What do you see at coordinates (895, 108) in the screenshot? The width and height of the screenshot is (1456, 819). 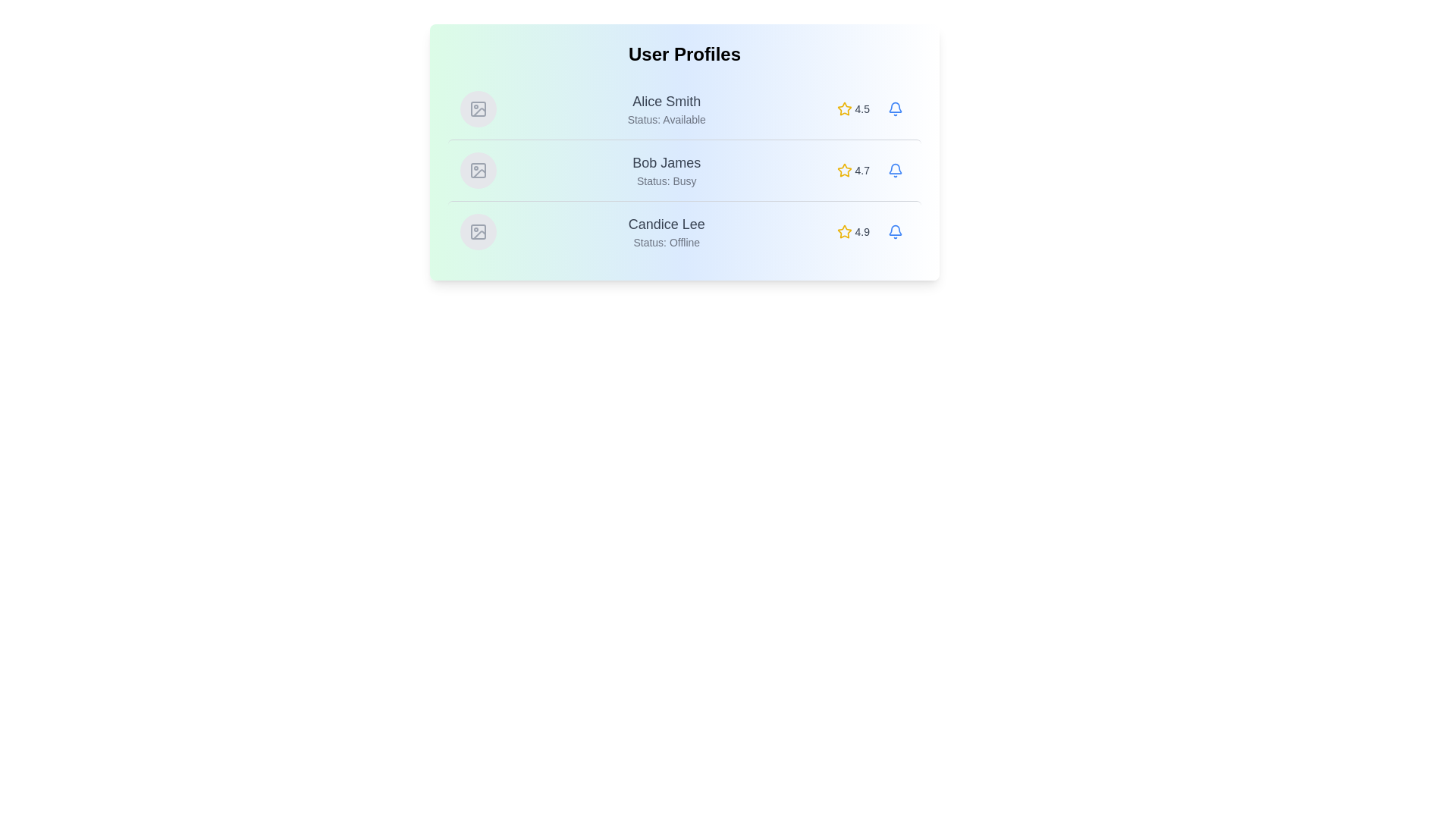 I see `notification bell for the user Alice Smith` at bounding box center [895, 108].